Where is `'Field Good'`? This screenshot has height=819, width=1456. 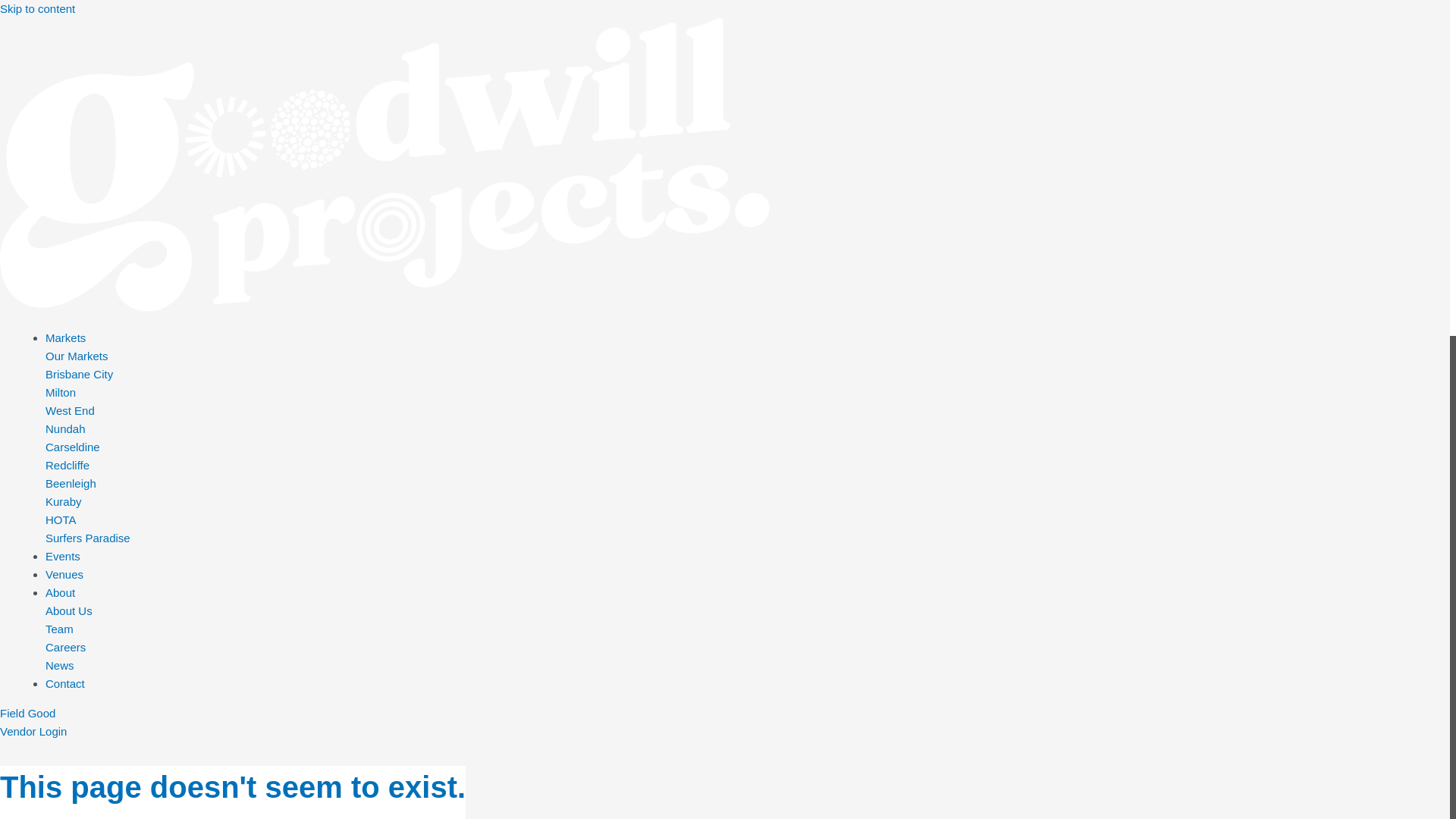
'Field Good' is located at coordinates (0, 713).